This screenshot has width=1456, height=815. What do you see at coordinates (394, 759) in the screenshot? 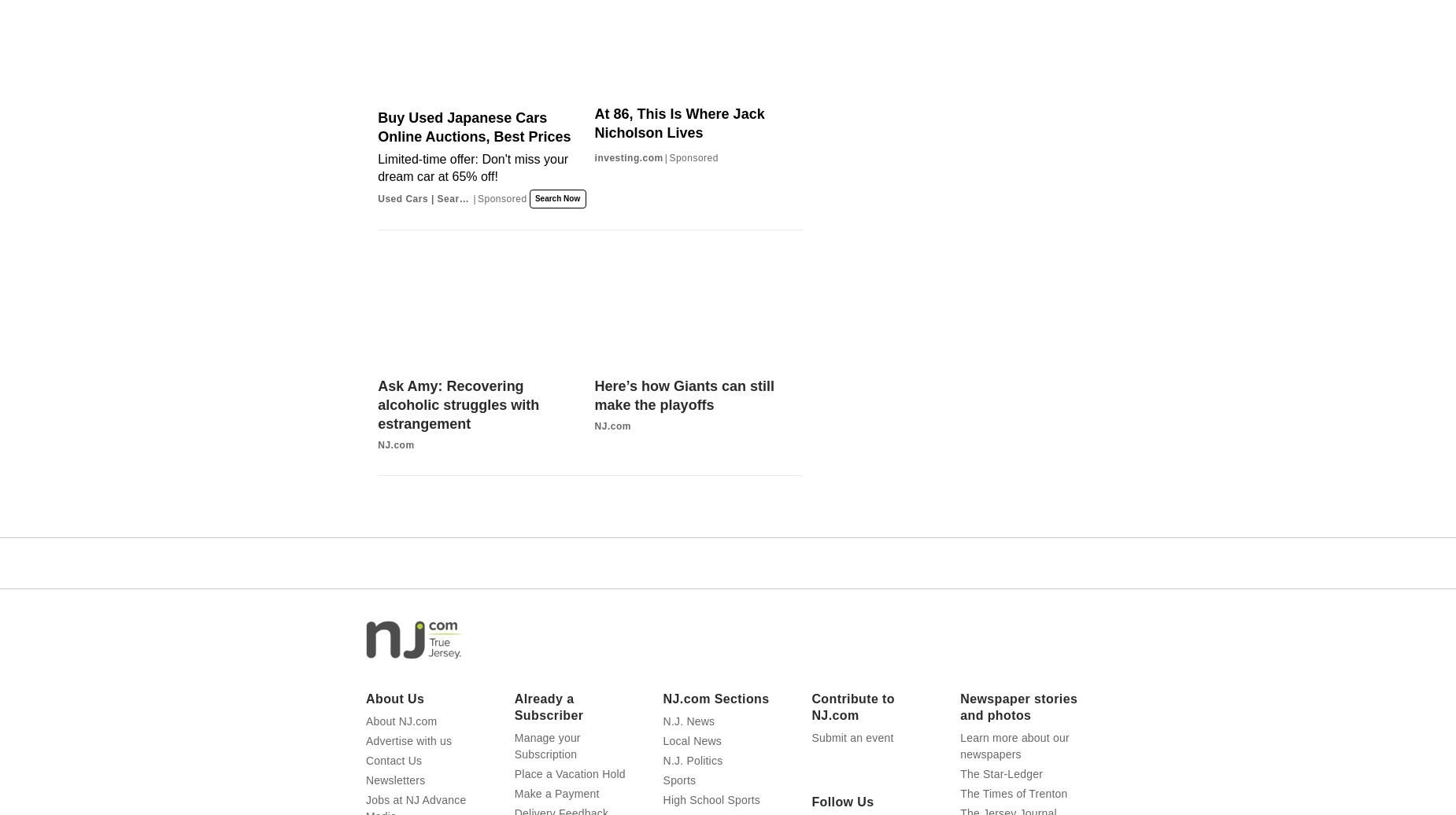
I see `'Contact Us'` at bounding box center [394, 759].